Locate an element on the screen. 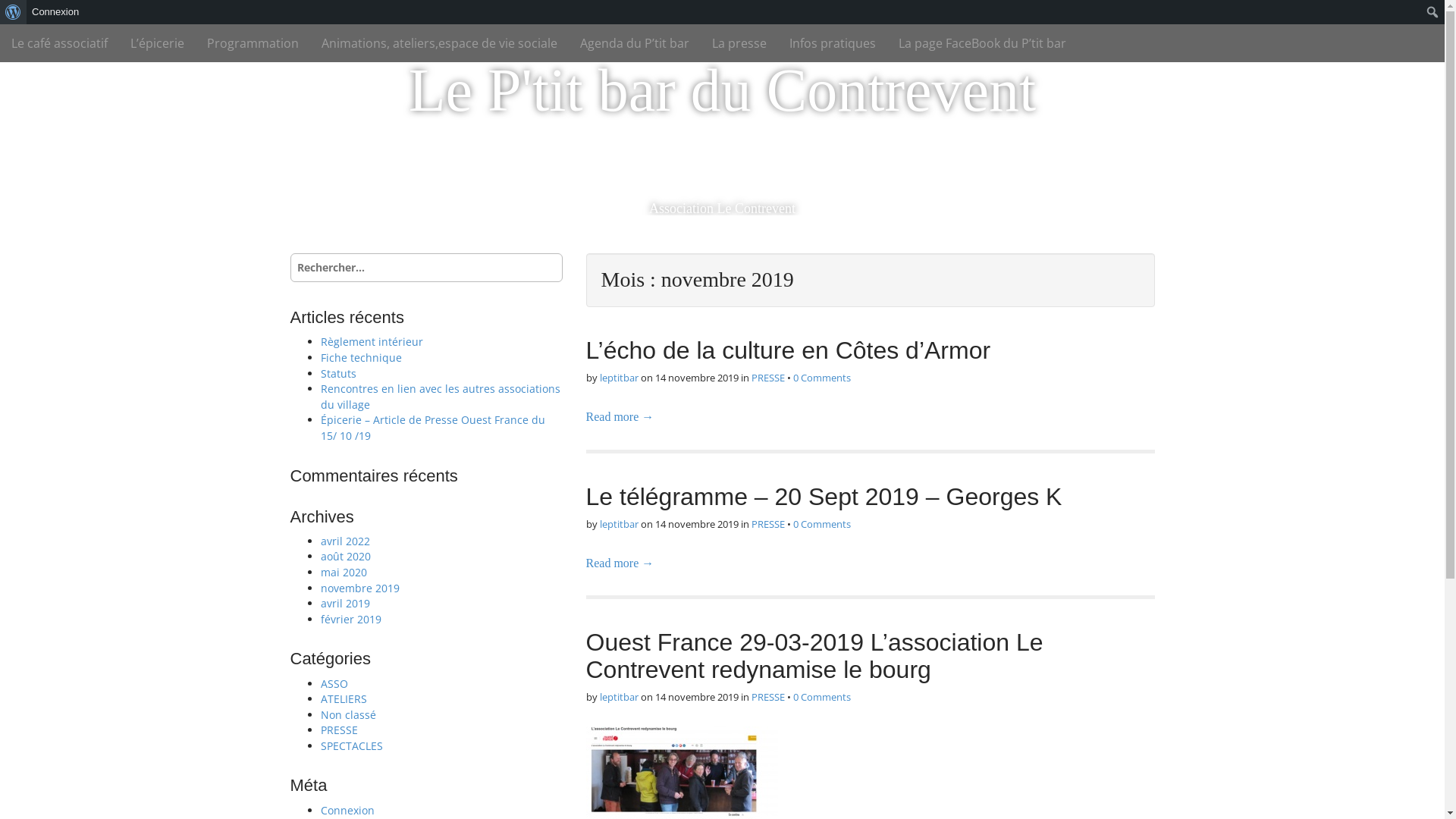 Image resolution: width=1456 pixels, height=819 pixels. 'Rechercher' is located at coordinates (26, 12).